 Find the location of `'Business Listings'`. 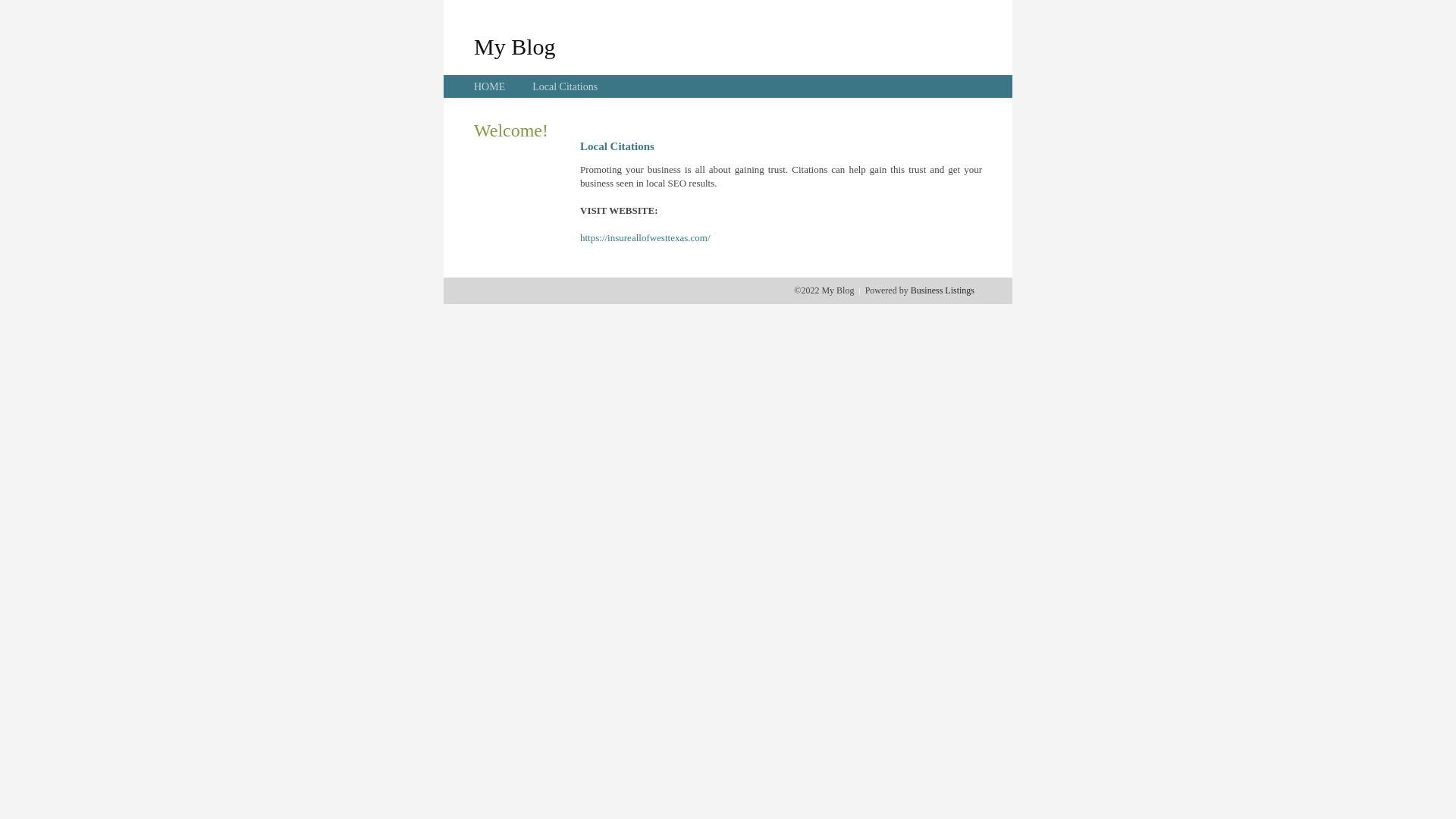

'Business Listings' is located at coordinates (910, 290).